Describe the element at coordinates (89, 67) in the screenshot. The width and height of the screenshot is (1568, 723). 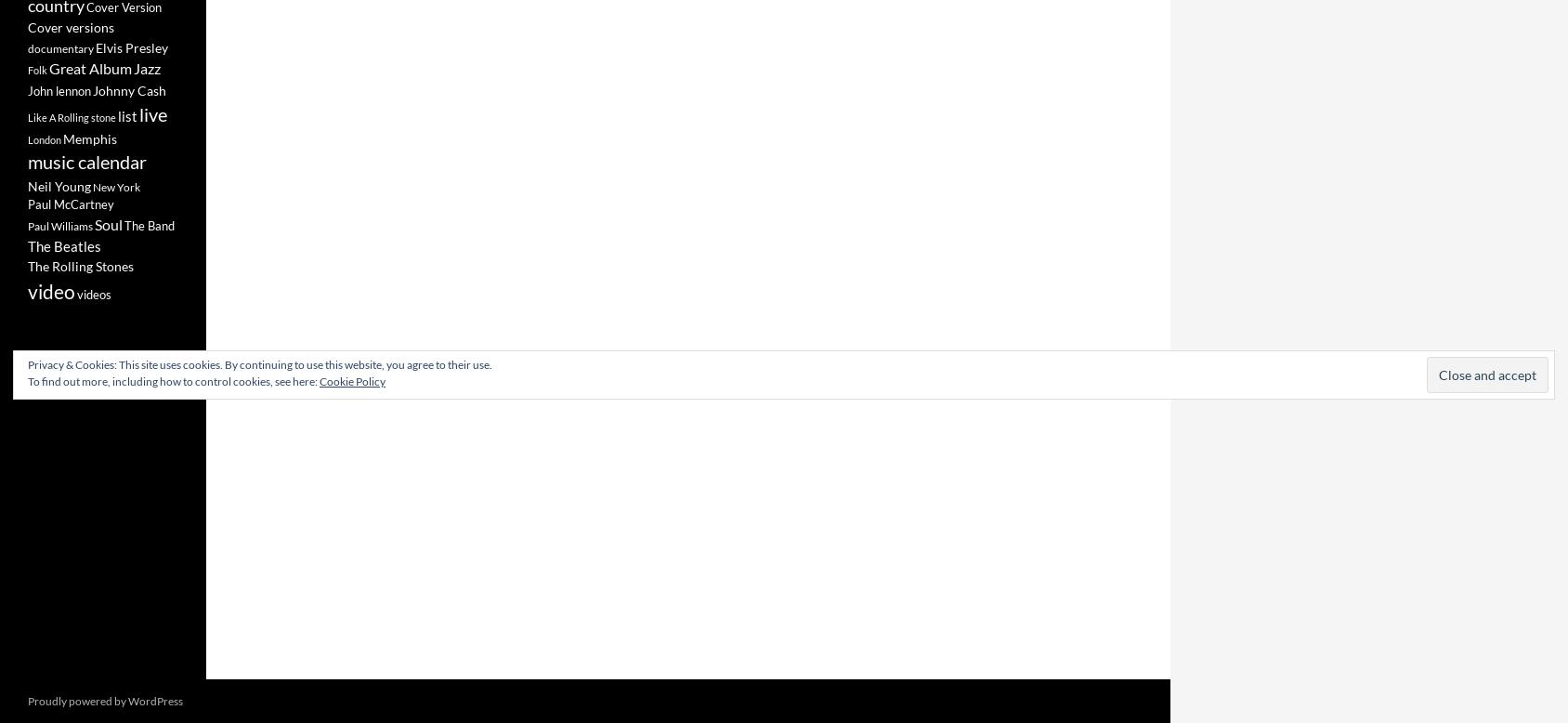
I see `'Great Album'` at that location.